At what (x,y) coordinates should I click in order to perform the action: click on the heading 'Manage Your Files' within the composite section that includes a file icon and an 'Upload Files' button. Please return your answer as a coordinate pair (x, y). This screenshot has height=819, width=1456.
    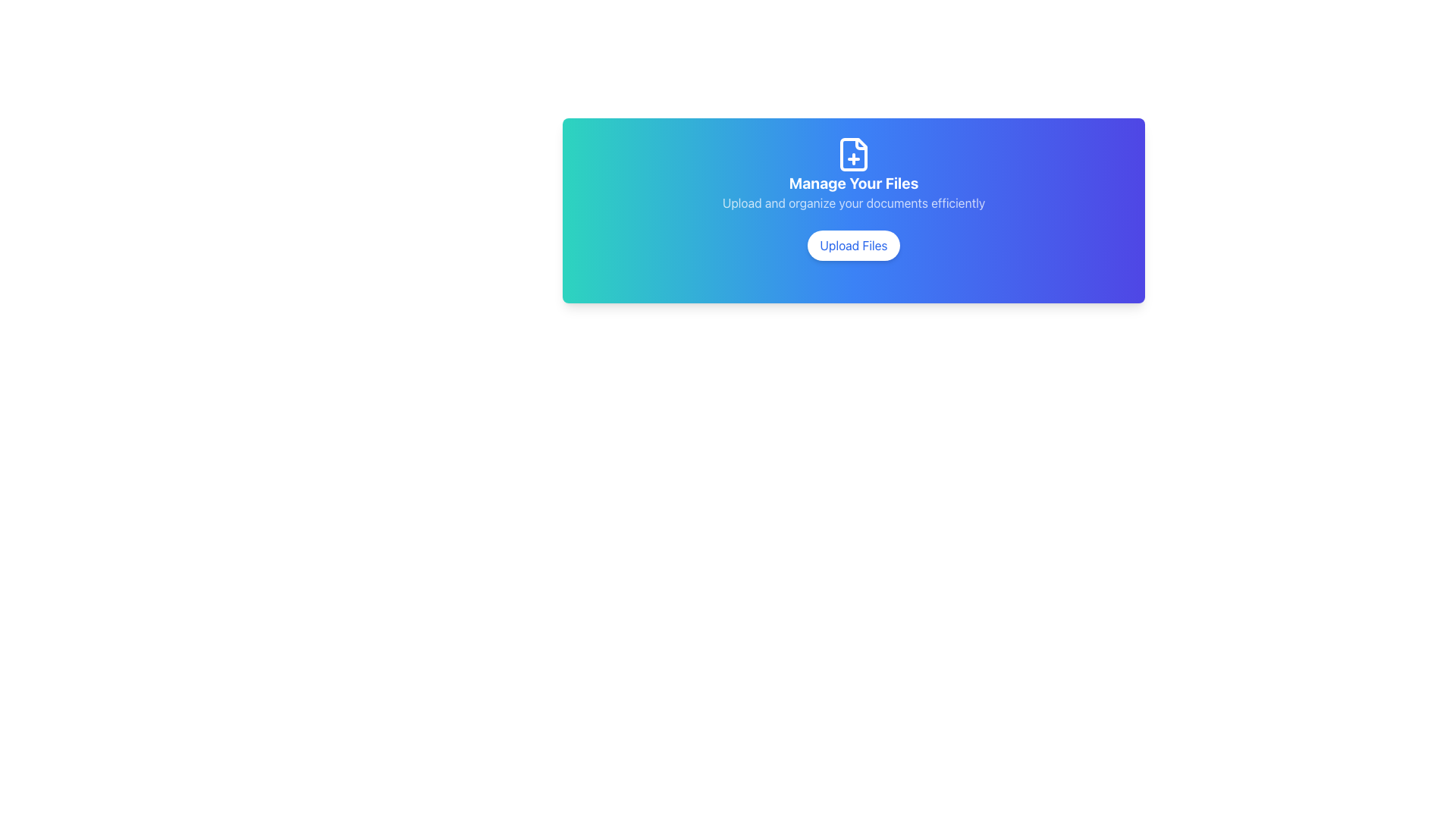
    Looking at the image, I should click on (854, 210).